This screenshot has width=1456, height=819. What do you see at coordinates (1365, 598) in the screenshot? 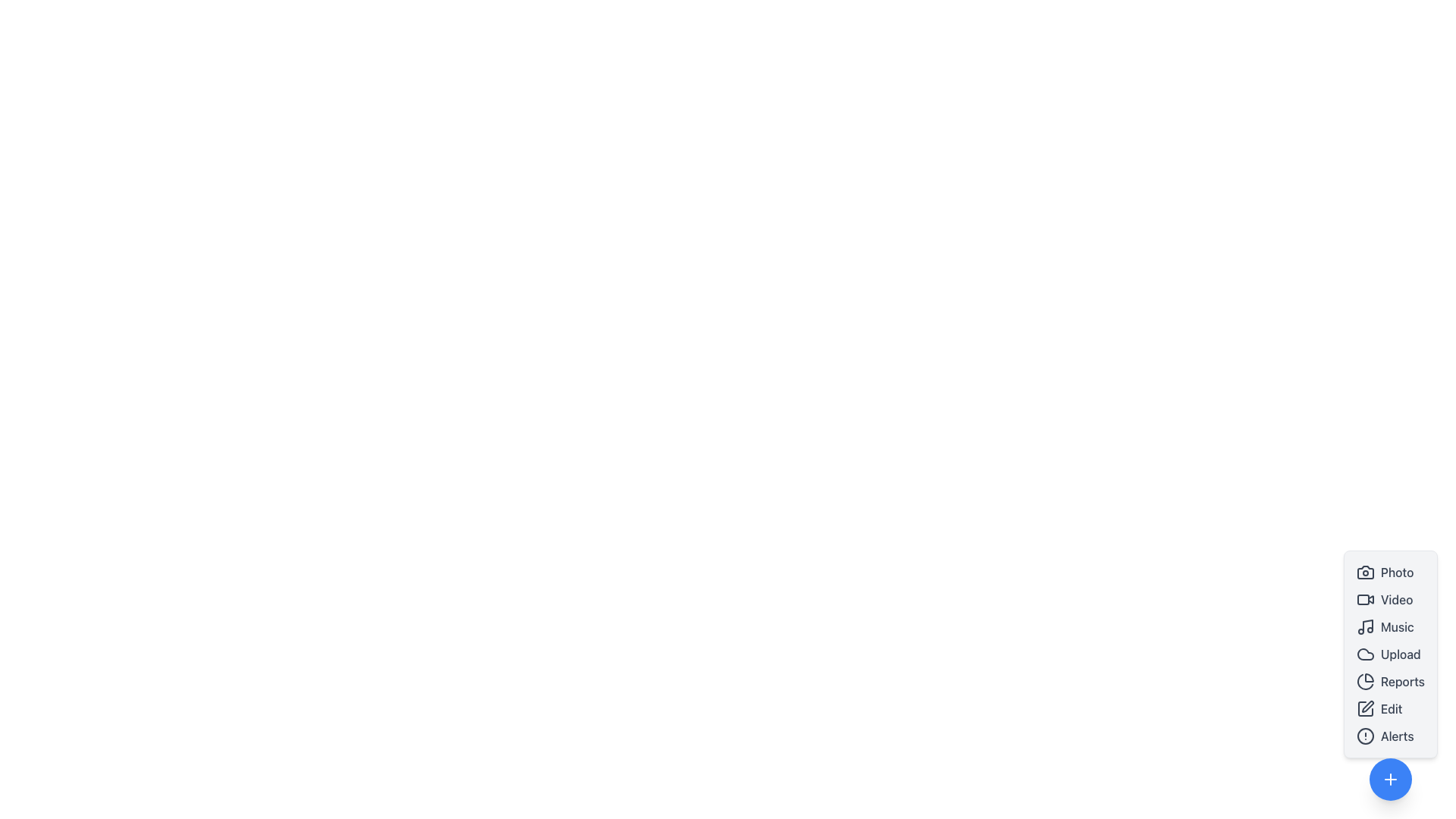
I see `the video icon` at bounding box center [1365, 598].